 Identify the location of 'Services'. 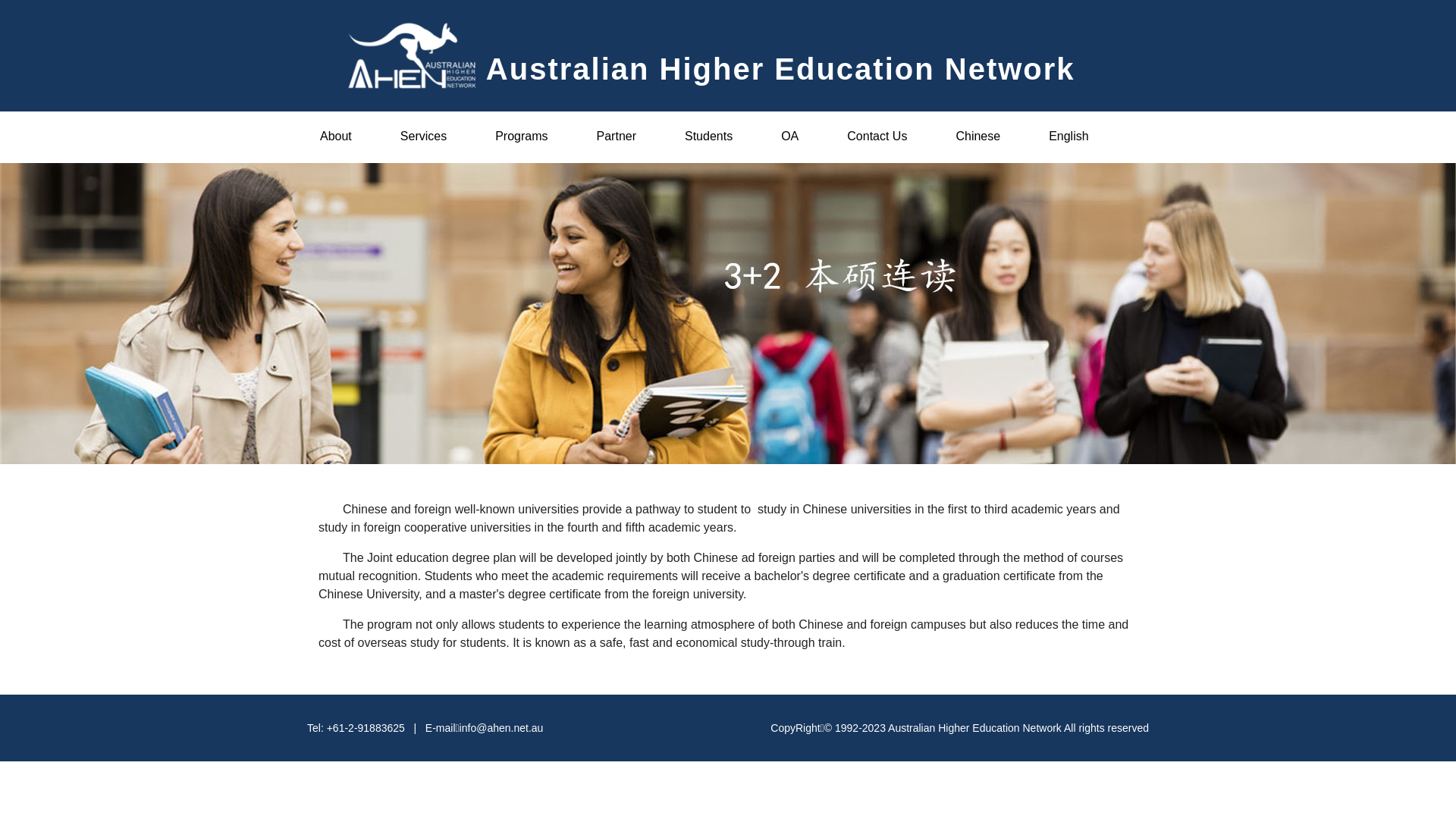
(423, 137).